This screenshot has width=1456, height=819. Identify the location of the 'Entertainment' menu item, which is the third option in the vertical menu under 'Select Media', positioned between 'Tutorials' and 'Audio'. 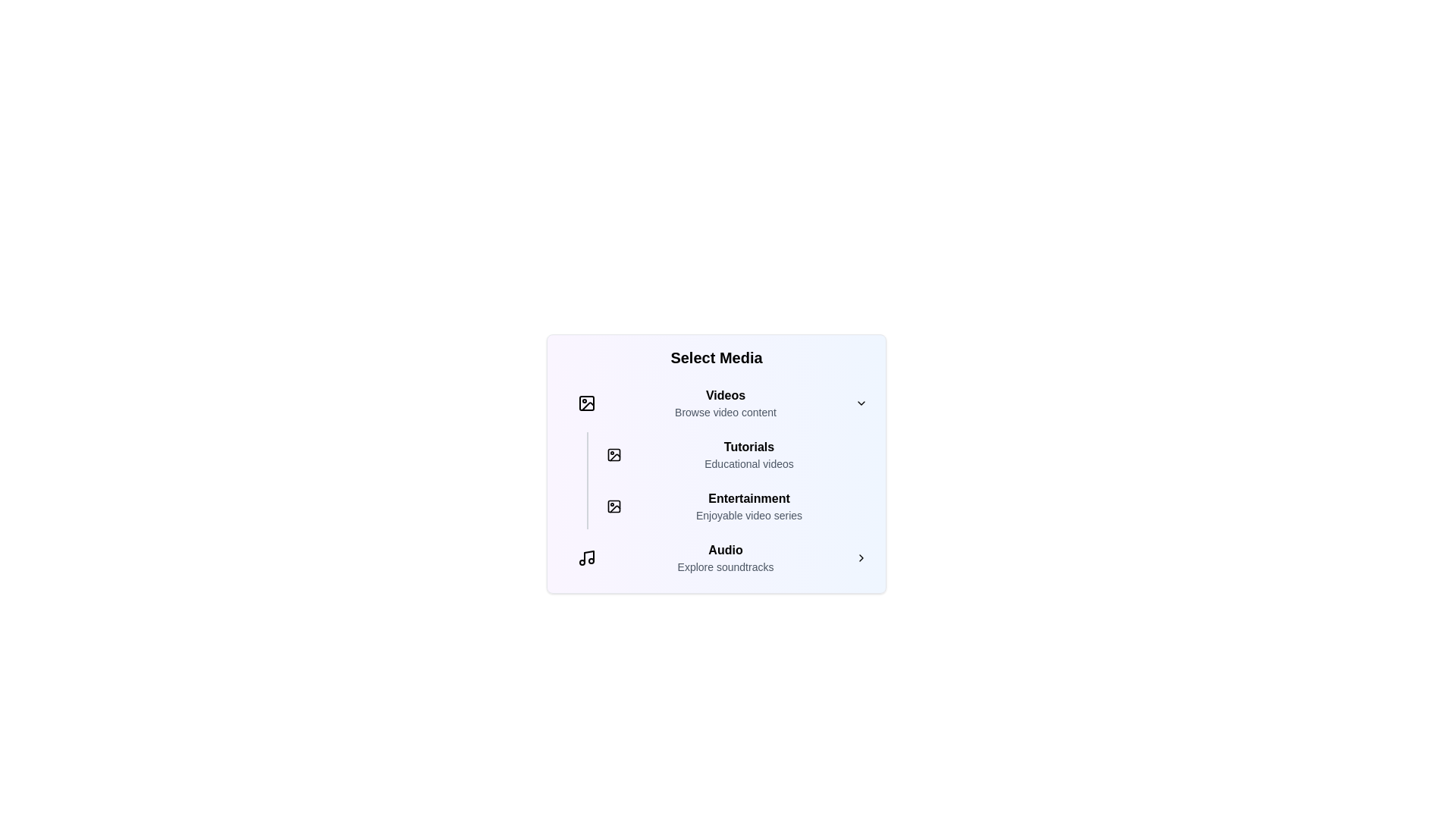
(736, 506).